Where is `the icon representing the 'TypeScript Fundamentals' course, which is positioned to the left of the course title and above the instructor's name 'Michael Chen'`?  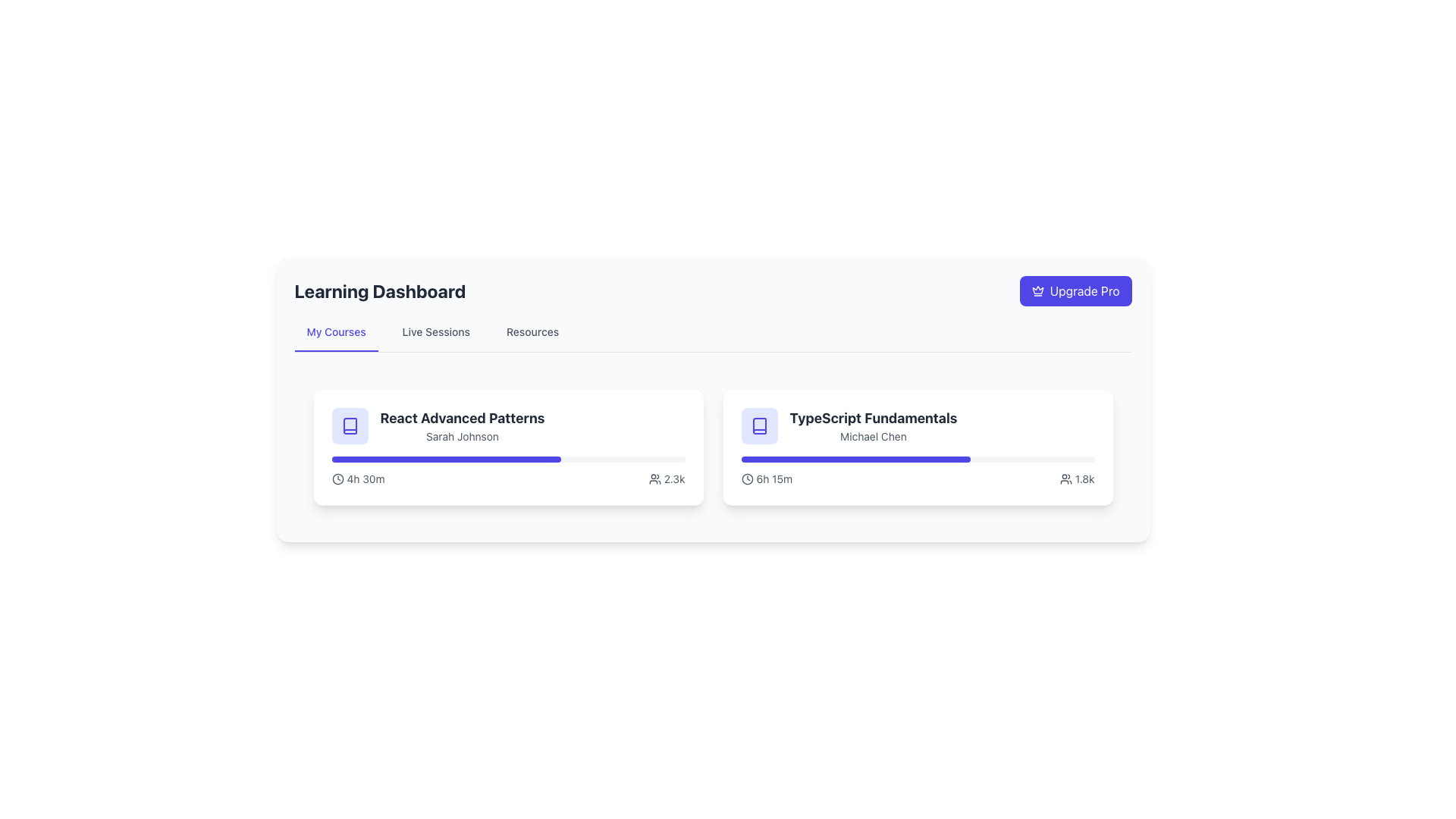
the icon representing the 'TypeScript Fundamentals' course, which is positioned to the left of the course title and above the instructor's name 'Michael Chen' is located at coordinates (759, 426).